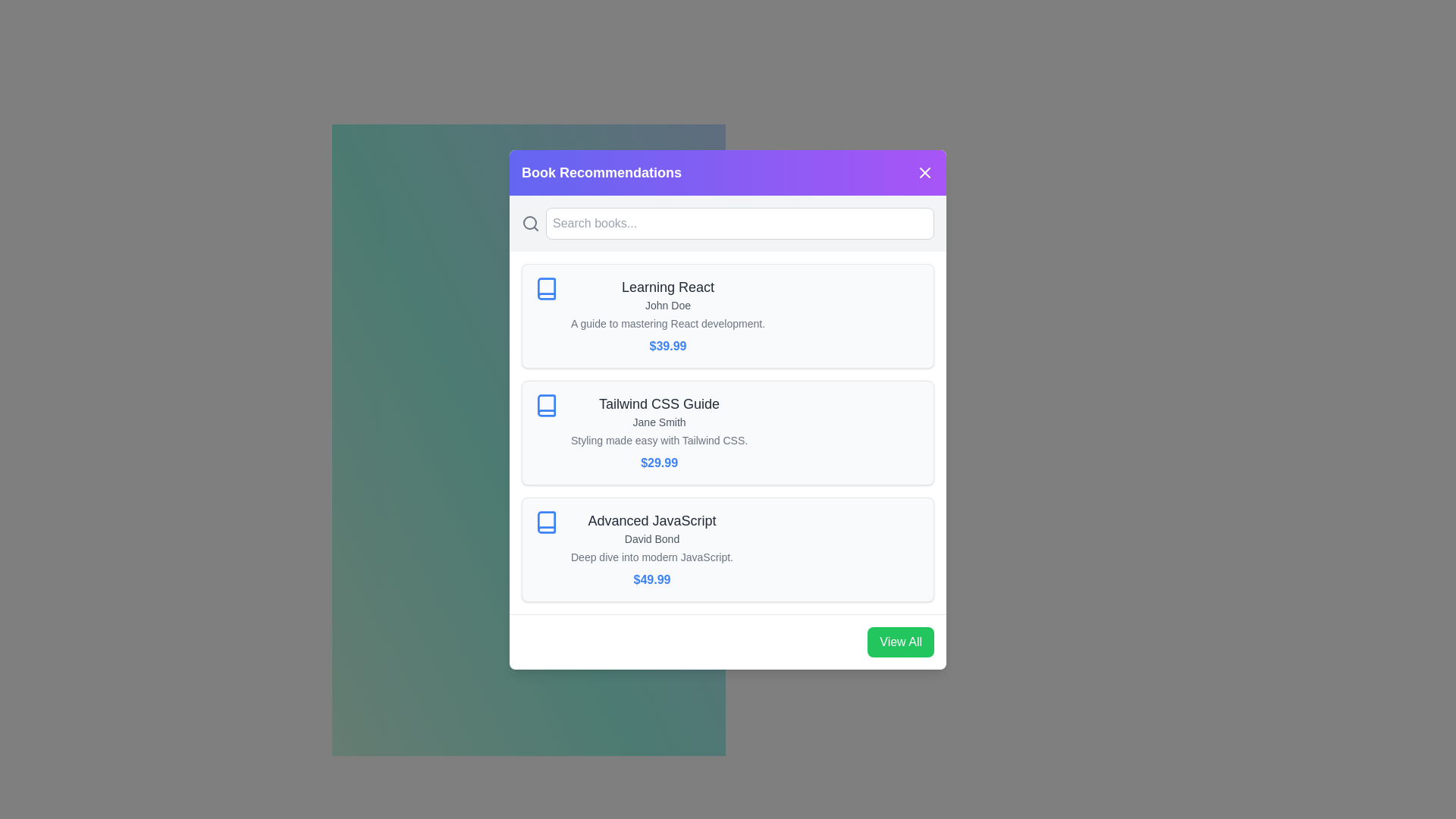 This screenshot has height=819, width=1456. What do you see at coordinates (924, 171) in the screenshot?
I see `the close button located at the top-right of the modal window header` at bounding box center [924, 171].